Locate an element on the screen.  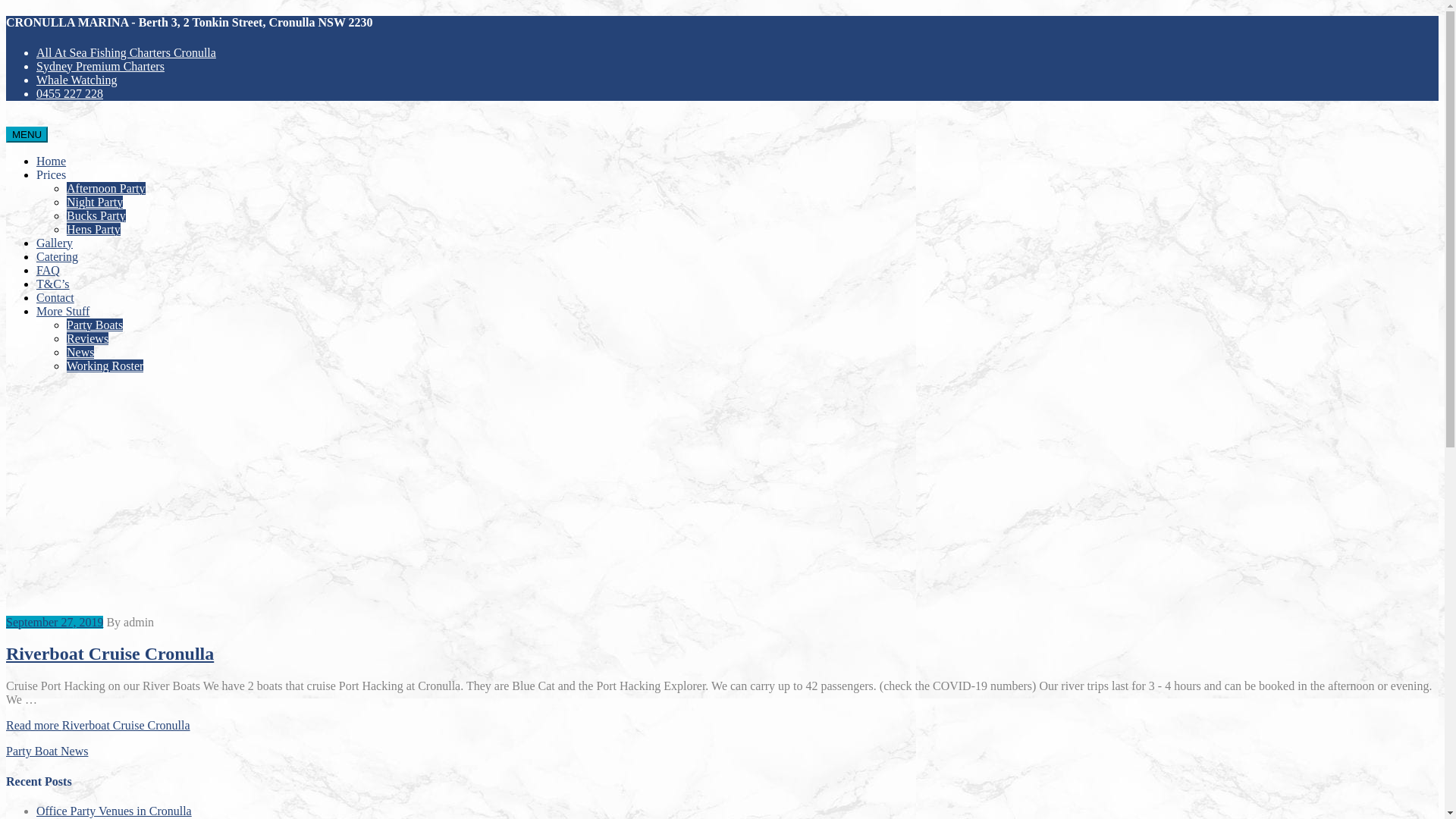
'Party Boats' is located at coordinates (93, 324).